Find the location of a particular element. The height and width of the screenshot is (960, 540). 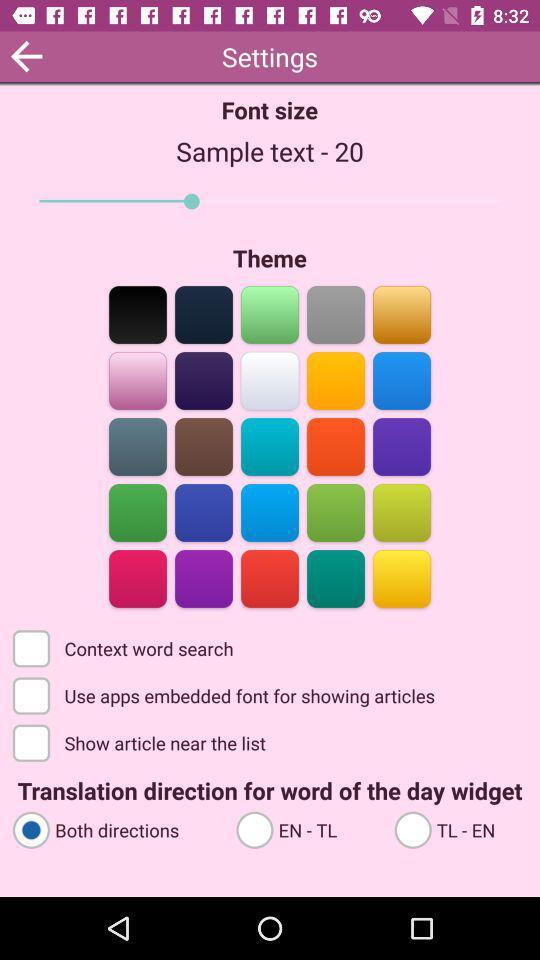

that color as the theme is located at coordinates (137, 577).